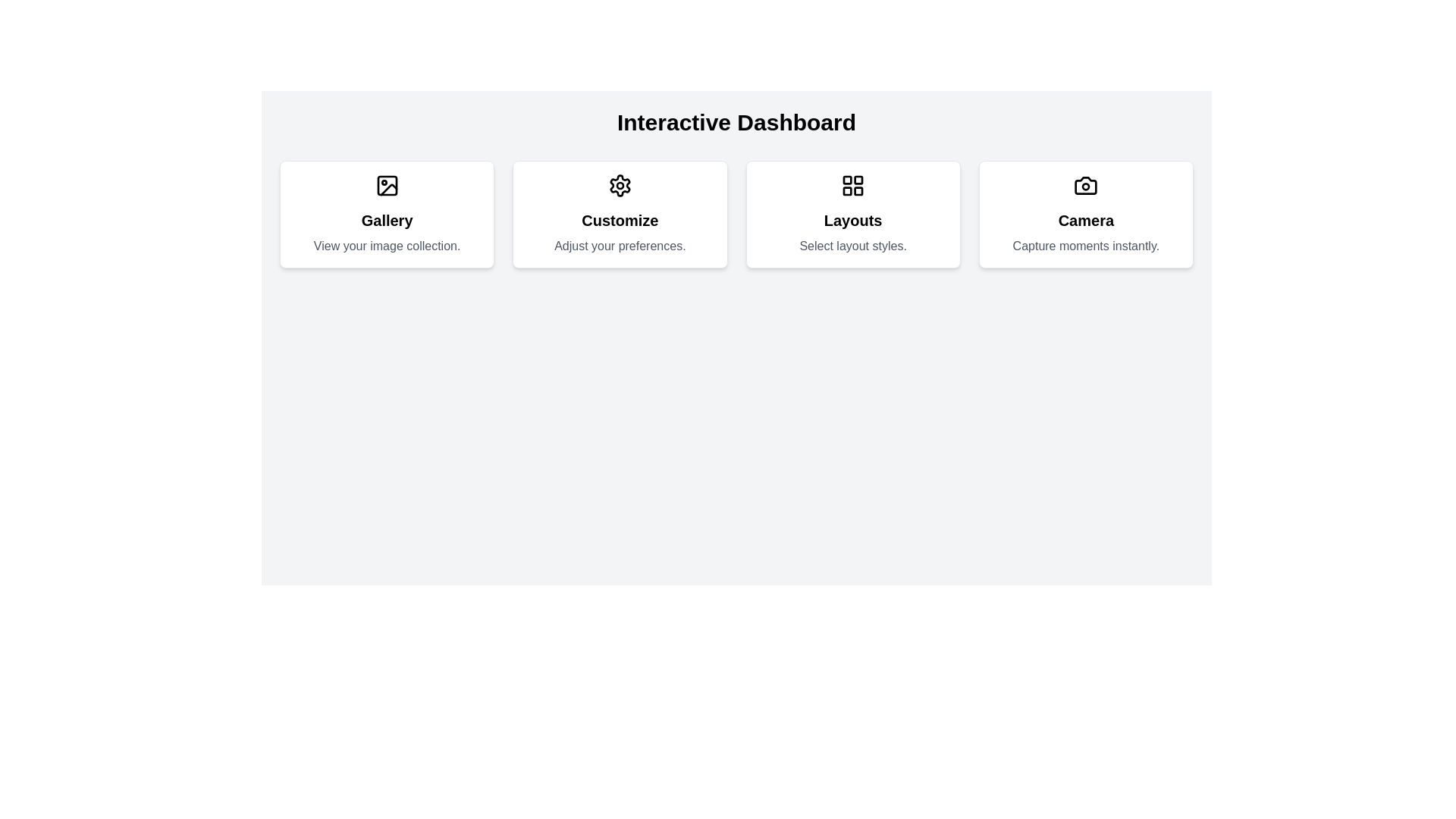 The height and width of the screenshot is (819, 1456). Describe the element at coordinates (853, 245) in the screenshot. I see `the static text element that displays 'Select layout styles.' which is located below the title 'Layouts' in the third card of a horizontally aligned group of four cards` at that location.